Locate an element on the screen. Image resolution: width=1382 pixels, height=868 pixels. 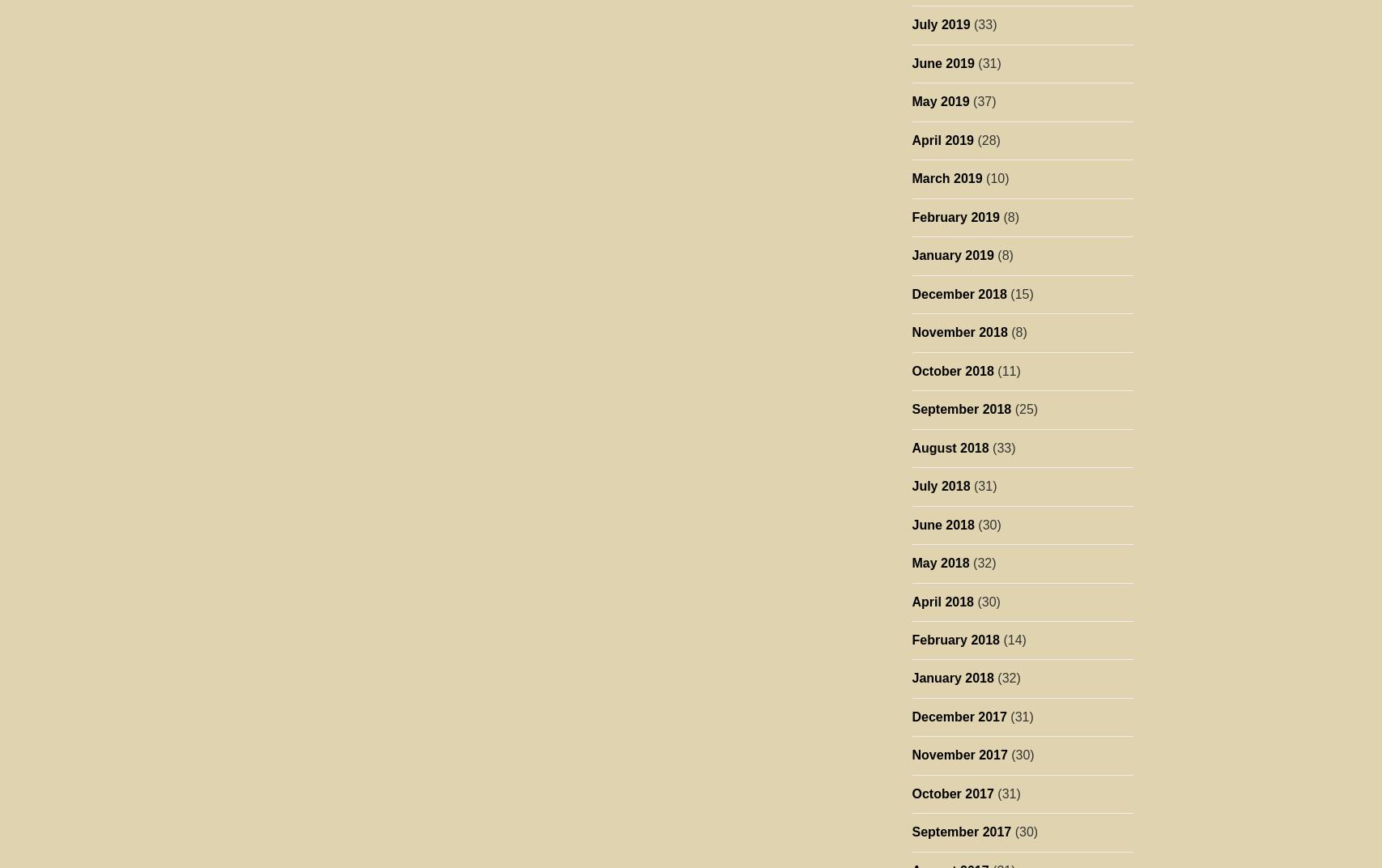
'April 2019' is located at coordinates (942, 138).